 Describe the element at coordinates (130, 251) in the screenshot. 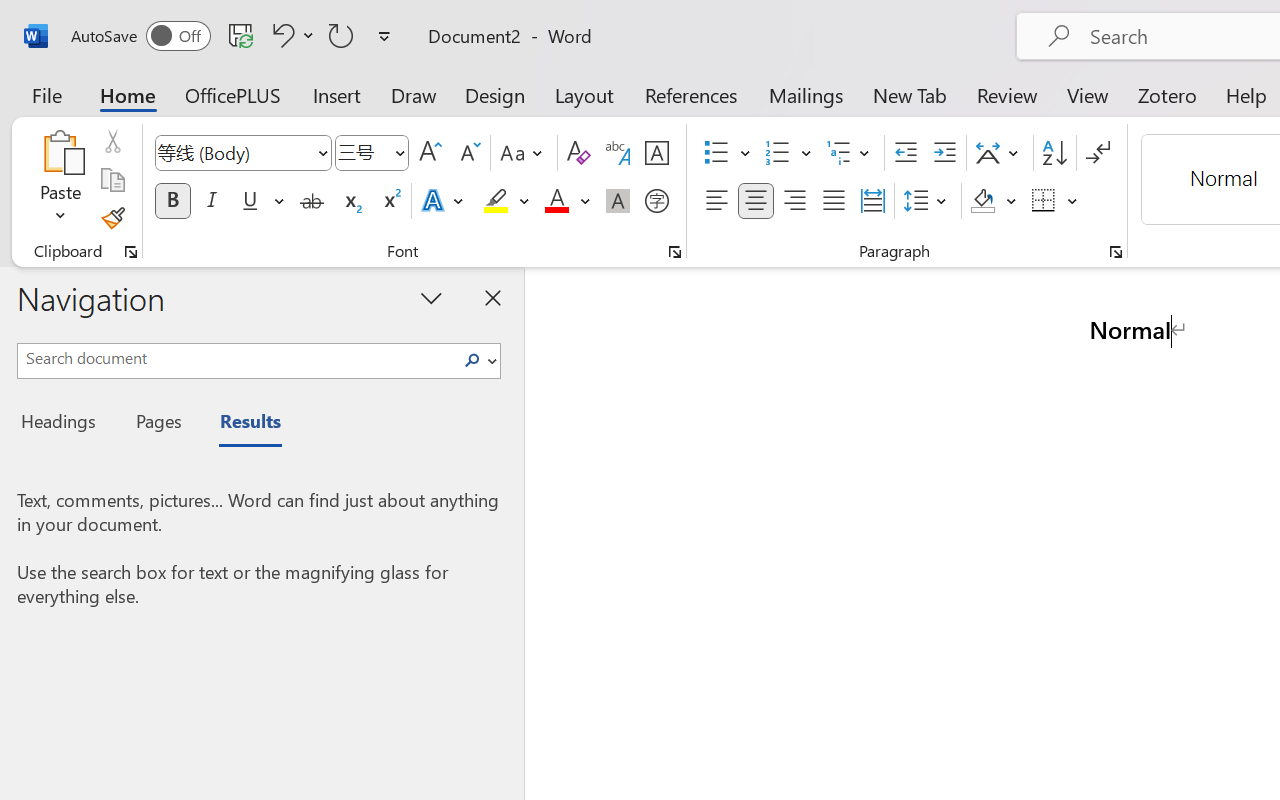

I see `'Office Clipboard...'` at that location.